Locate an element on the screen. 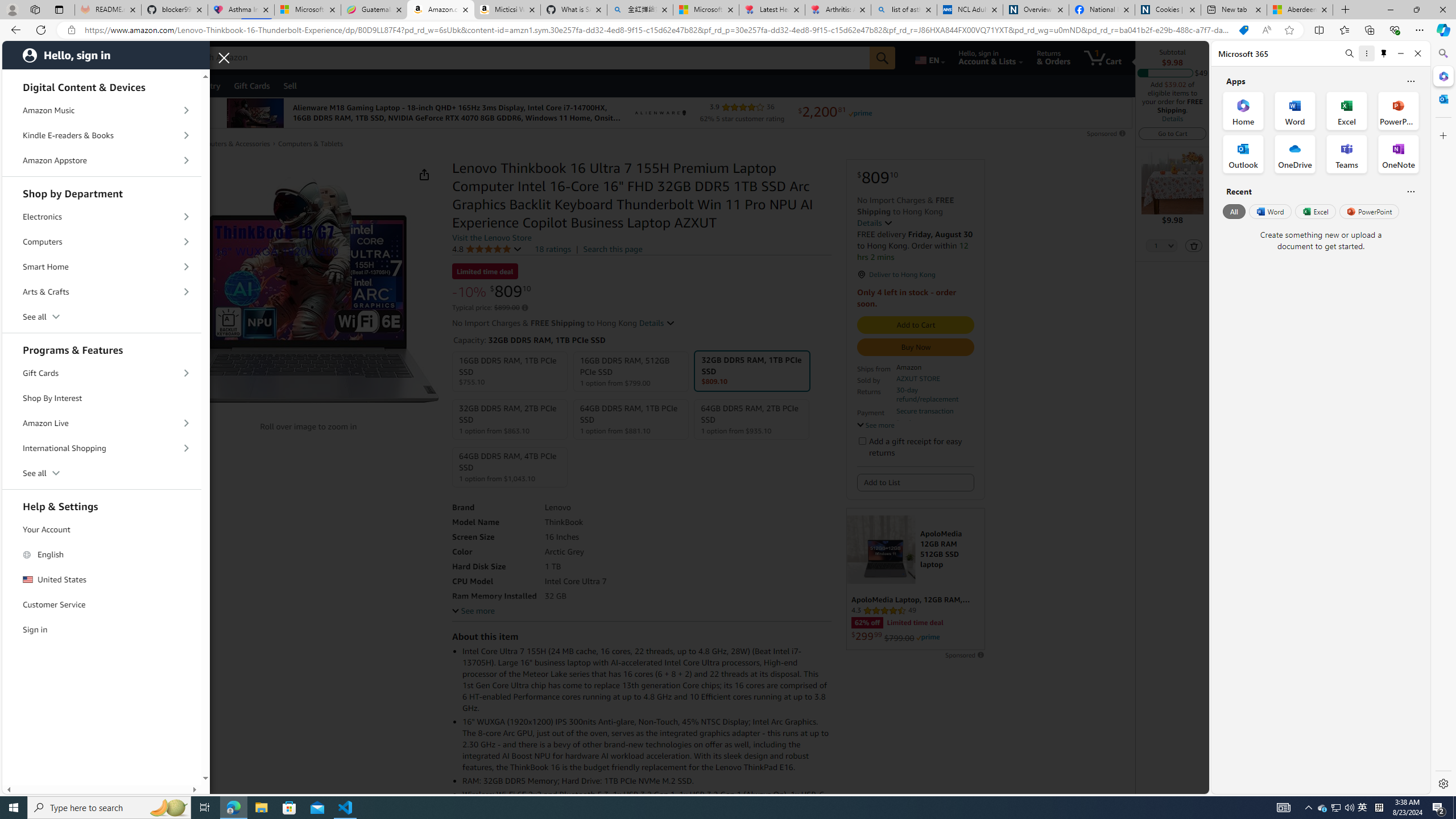  'You have the best price!' is located at coordinates (1243, 30).